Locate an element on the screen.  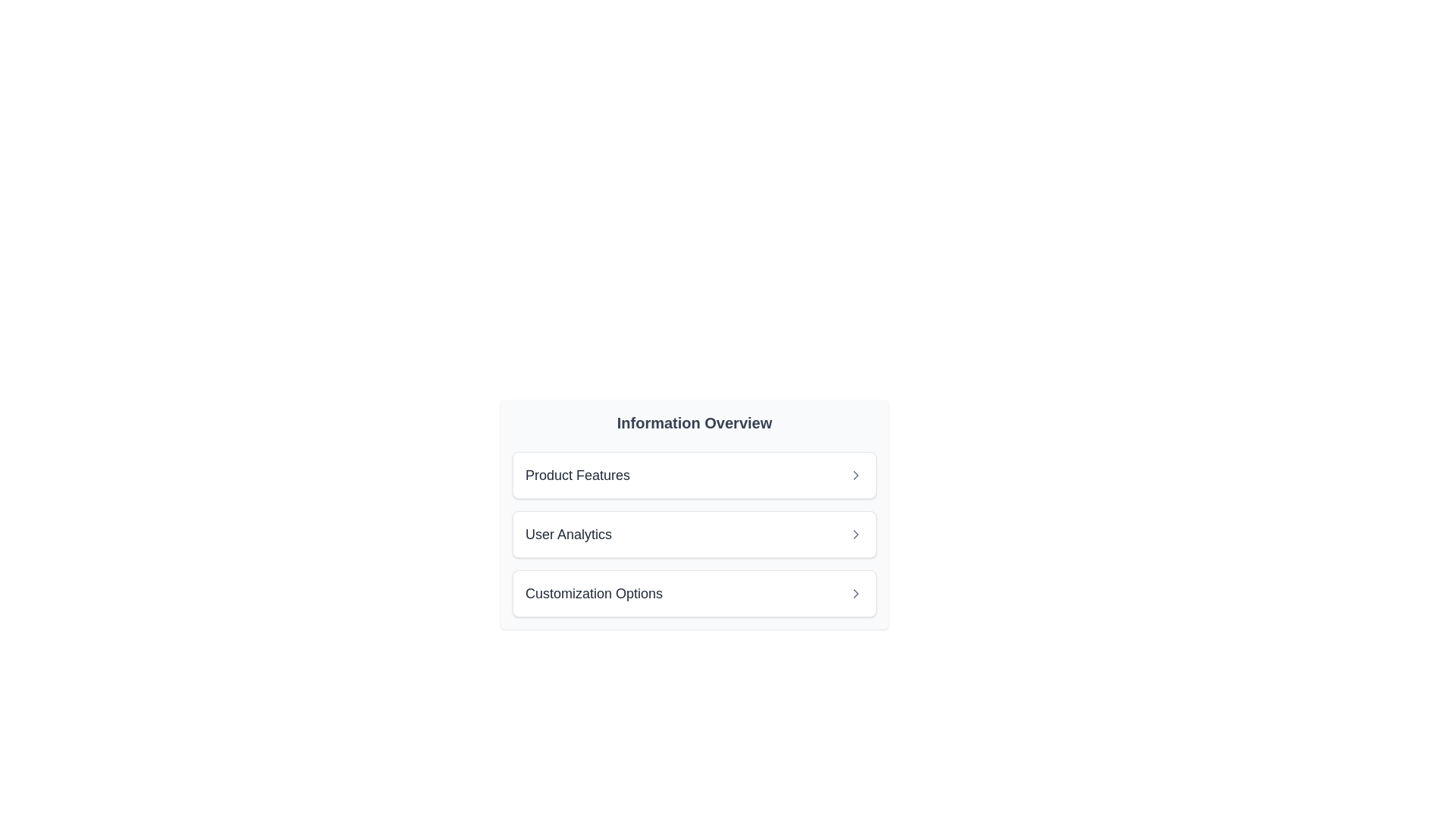
to select the 'User Analytics' option in the vertically stacked list under the 'Information Overview' panel is located at coordinates (694, 534).